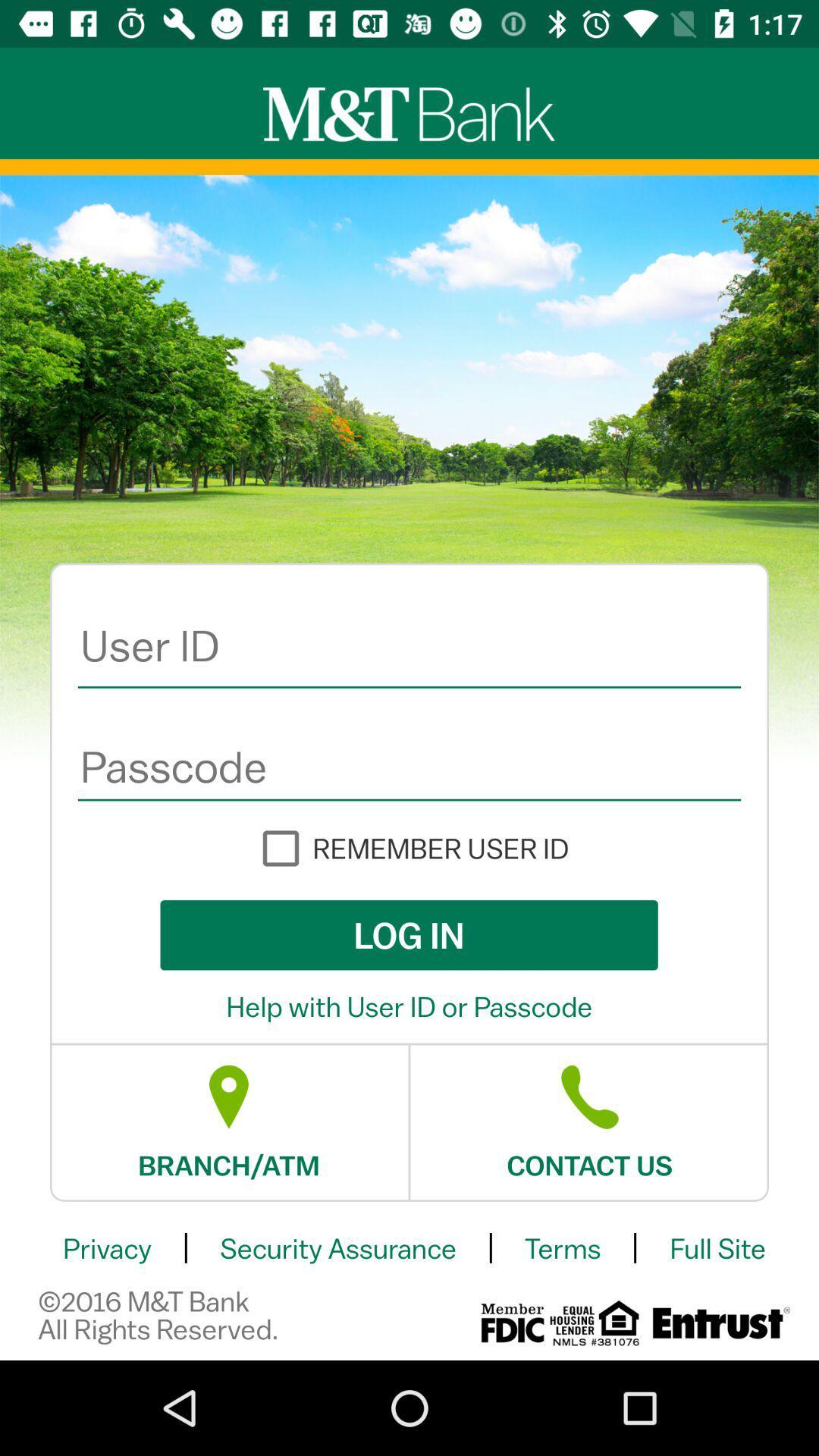 This screenshot has width=819, height=1456. I want to click on the help with user item, so click(409, 1006).